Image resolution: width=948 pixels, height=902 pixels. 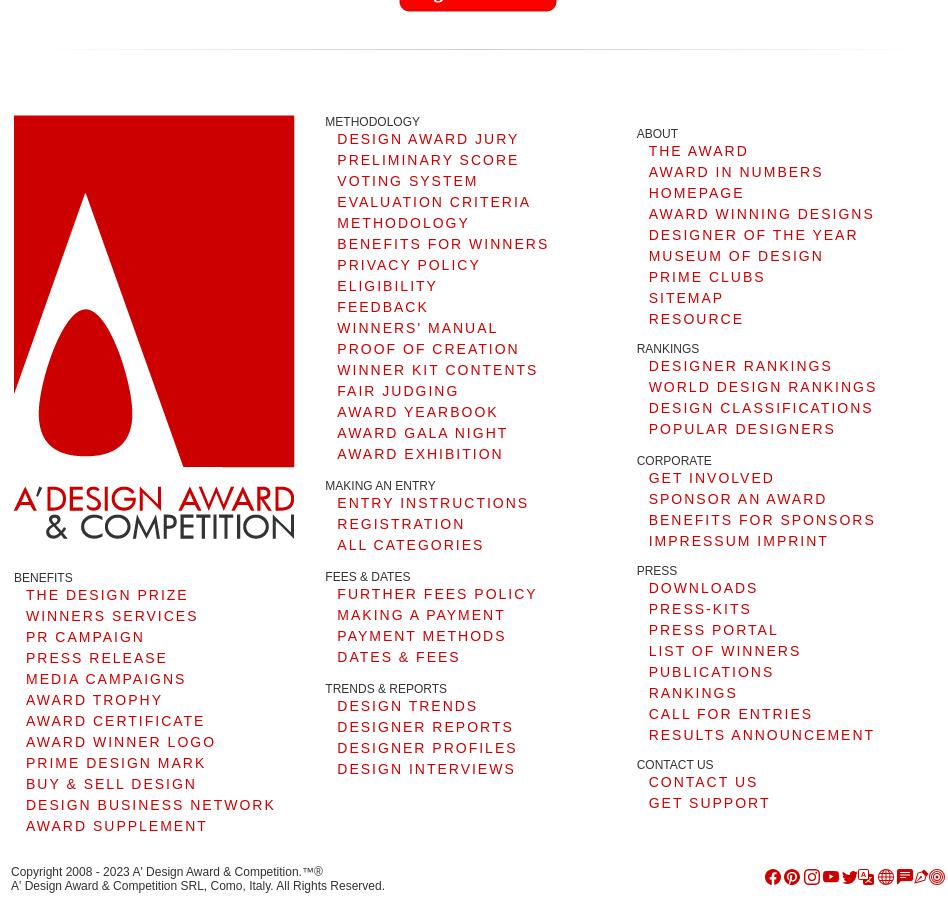 I want to click on 'CALL FOR ENTRIES', so click(x=730, y=713).